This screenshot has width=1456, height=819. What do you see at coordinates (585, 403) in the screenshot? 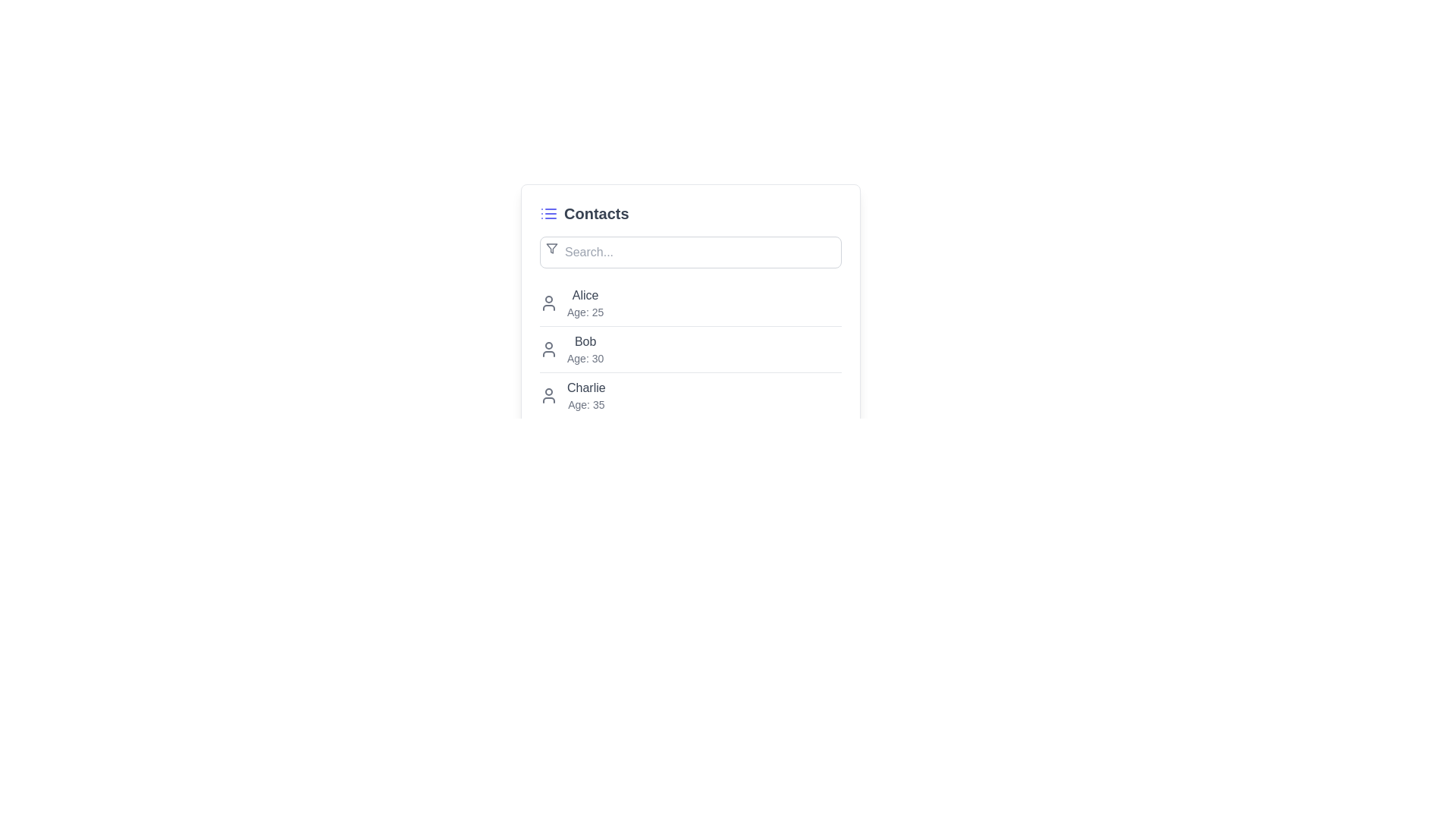
I see `the age label of the contact named 'Charlie', which is located within the contact list interface, below the name 'Charlie'` at bounding box center [585, 403].